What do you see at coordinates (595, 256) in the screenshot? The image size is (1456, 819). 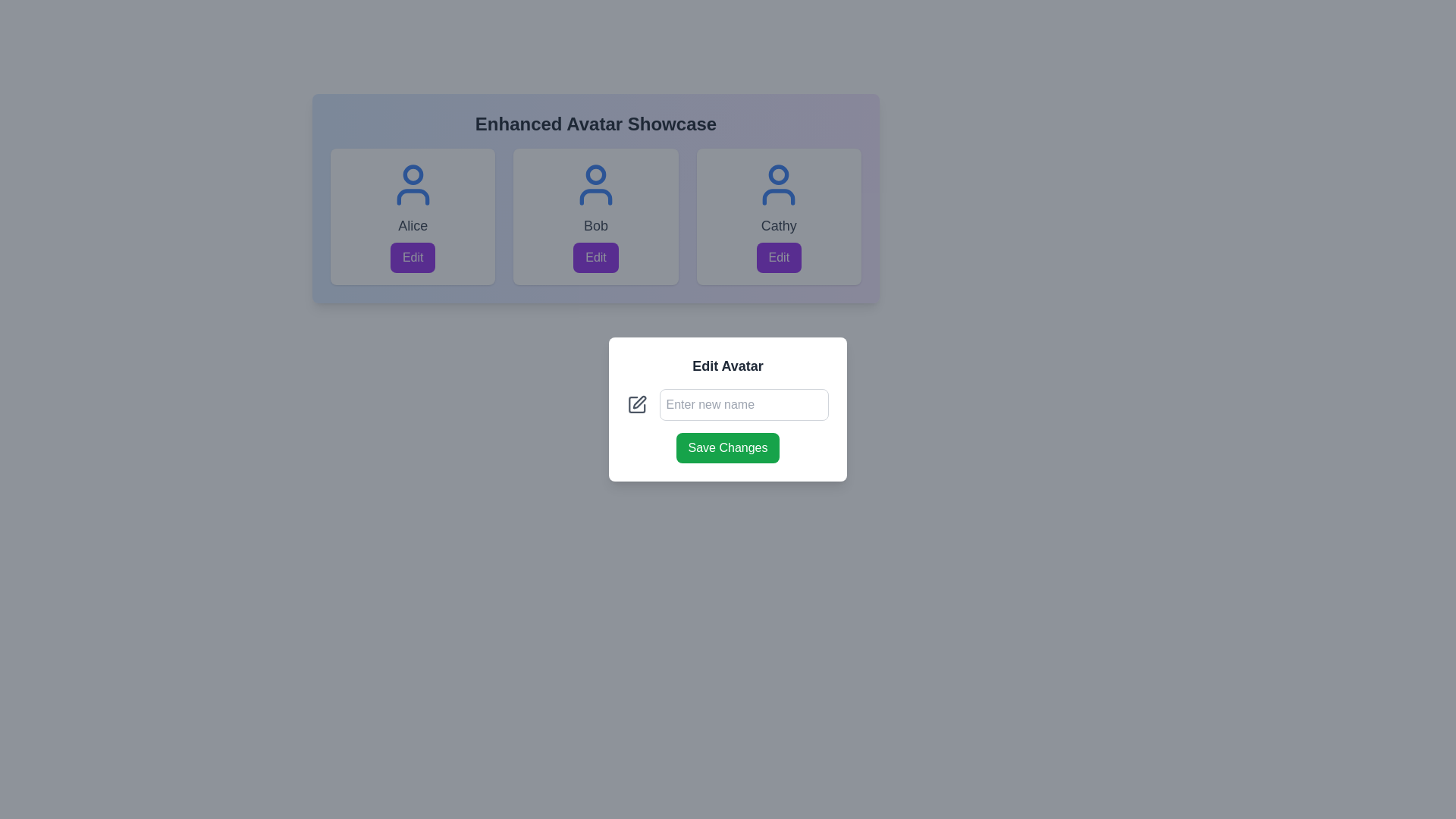 I see `the purple button labeled 'Edit' located at the bottom of Bob's card` at bounding box center [595, 256].